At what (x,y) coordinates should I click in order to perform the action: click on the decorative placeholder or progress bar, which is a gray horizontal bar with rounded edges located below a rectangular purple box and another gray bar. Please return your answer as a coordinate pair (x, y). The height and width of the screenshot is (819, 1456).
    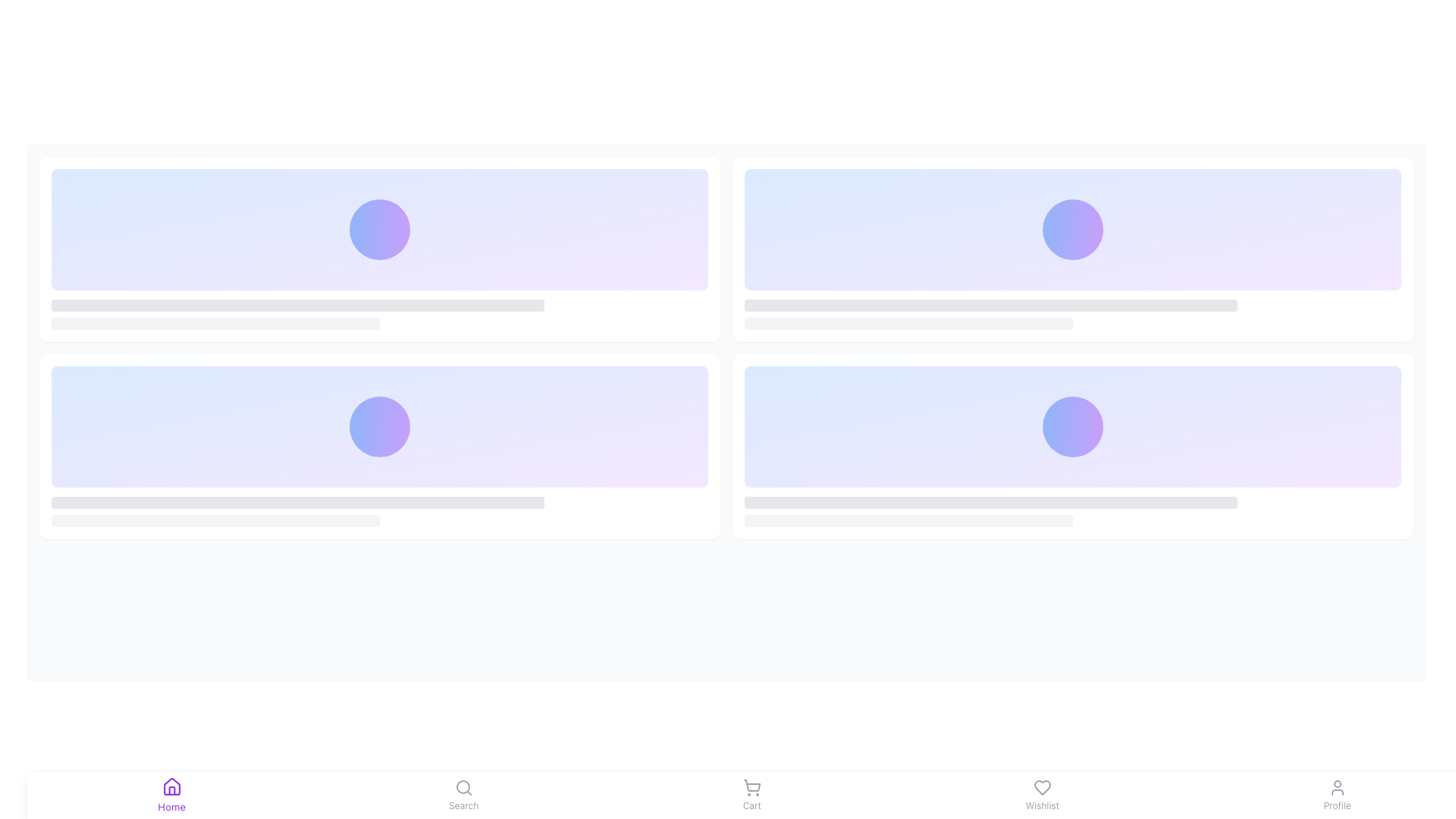
    Looking at the image, I should click on (215, 323).